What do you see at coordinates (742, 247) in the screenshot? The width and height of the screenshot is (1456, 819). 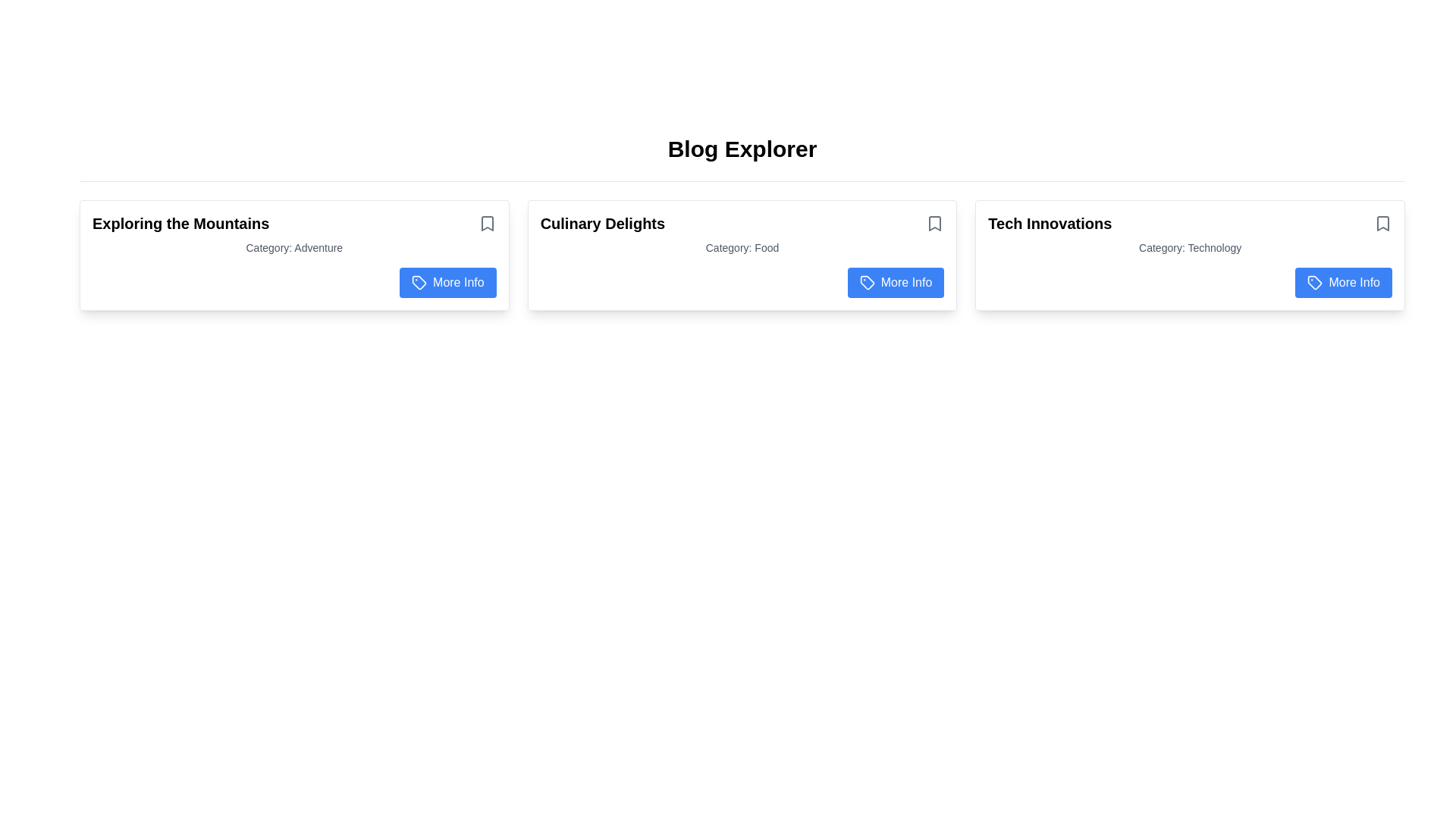 I see `the text label displaying 'Category: Food', which is in small gray font and located centrally below 'Culinary Delights' in the card layout` at bounding box center [742, 247].